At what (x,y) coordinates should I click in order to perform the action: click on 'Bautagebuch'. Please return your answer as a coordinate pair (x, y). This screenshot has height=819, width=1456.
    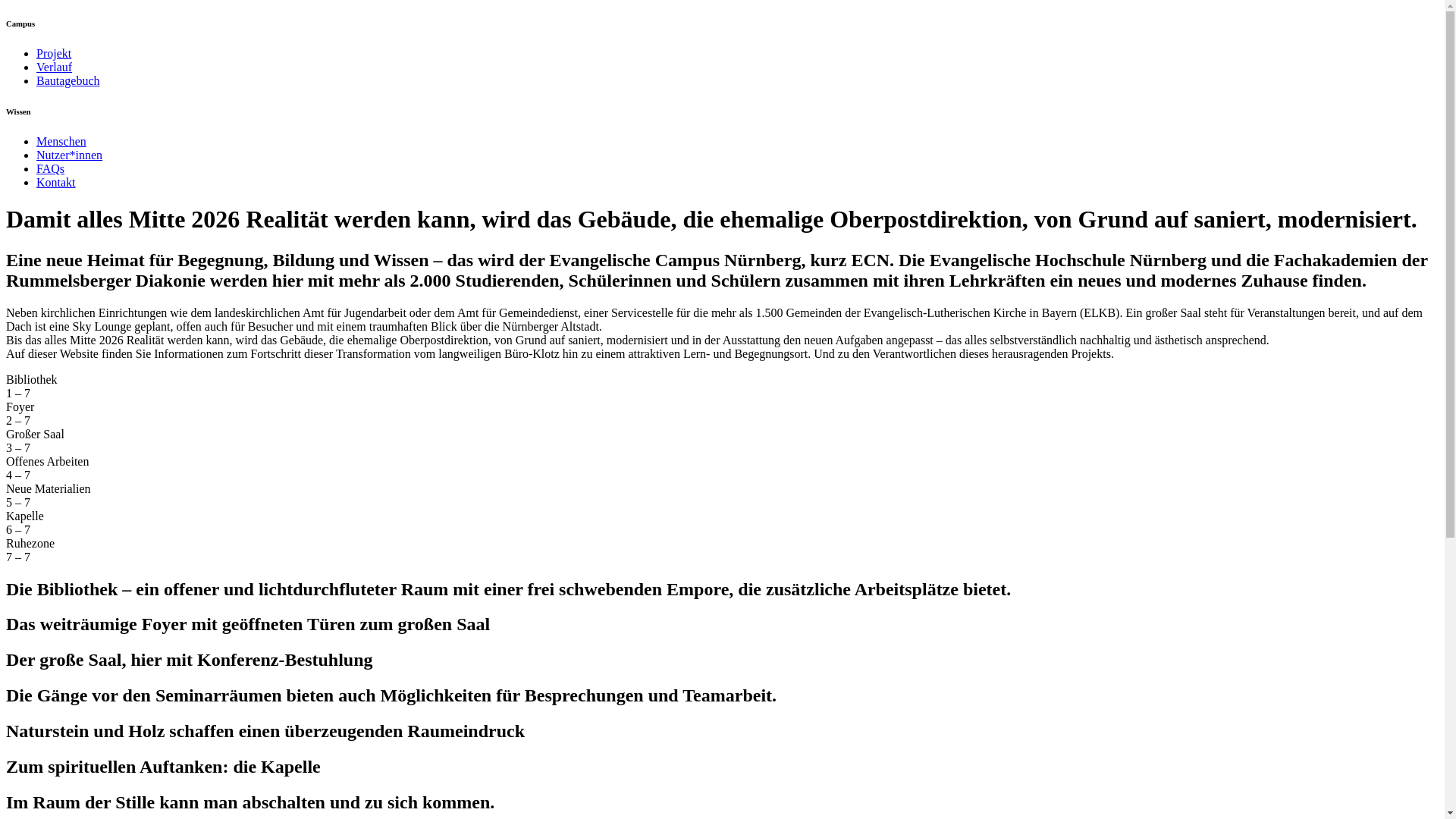
    Looking at the image, I should click on (67, 80).